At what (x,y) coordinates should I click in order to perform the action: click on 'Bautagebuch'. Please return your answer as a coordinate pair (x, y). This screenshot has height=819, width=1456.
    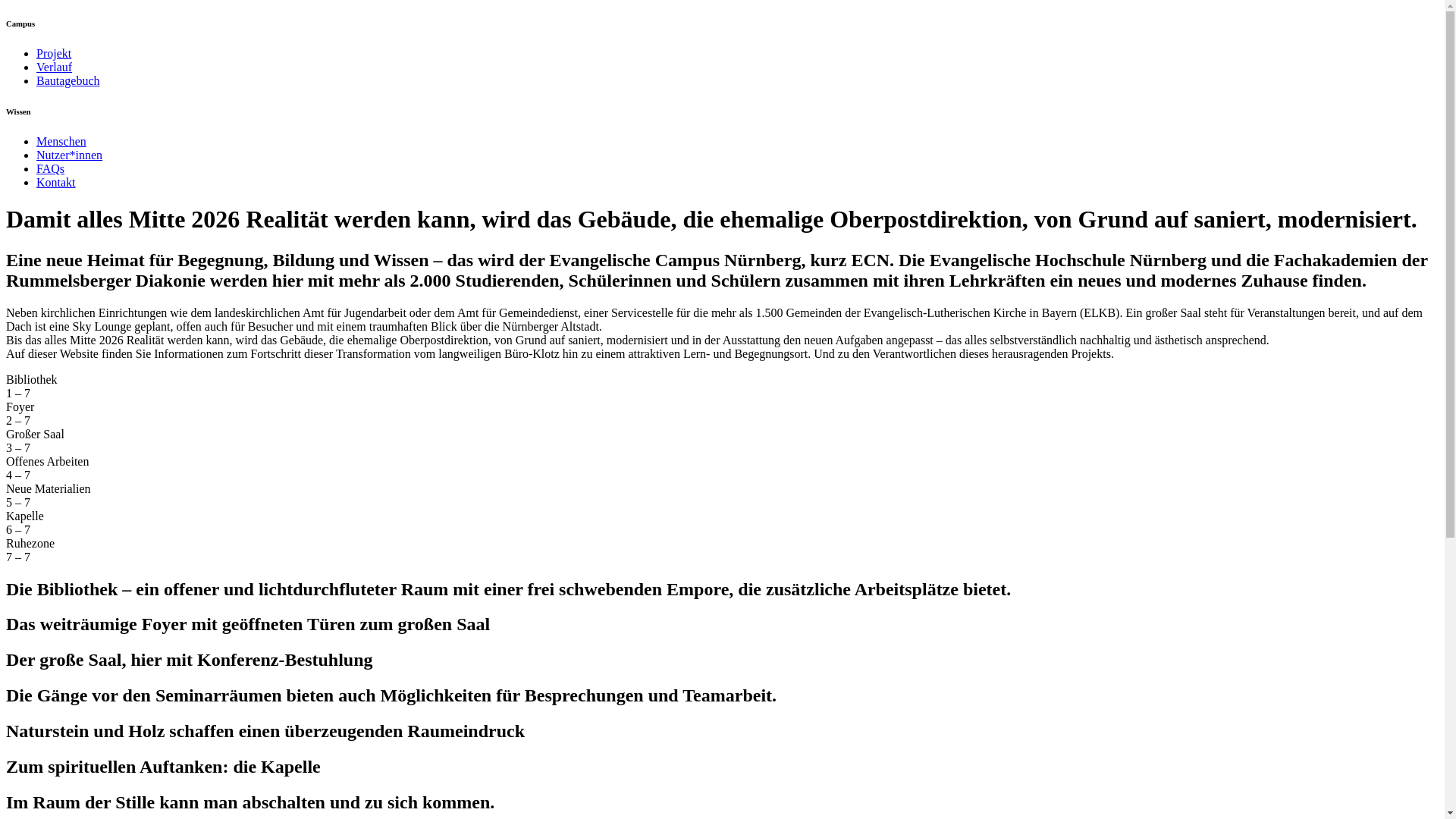
    Looking at the image, I should click on (67, 80).